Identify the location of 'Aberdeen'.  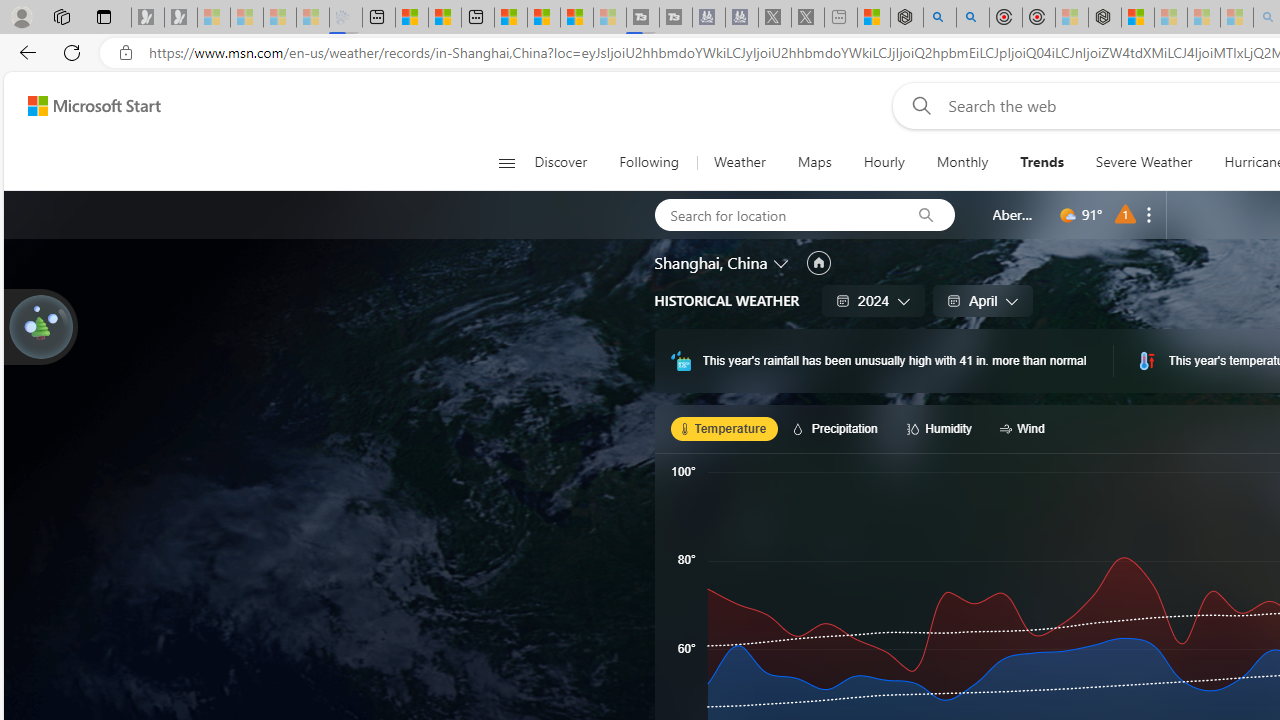
(1014, 214).